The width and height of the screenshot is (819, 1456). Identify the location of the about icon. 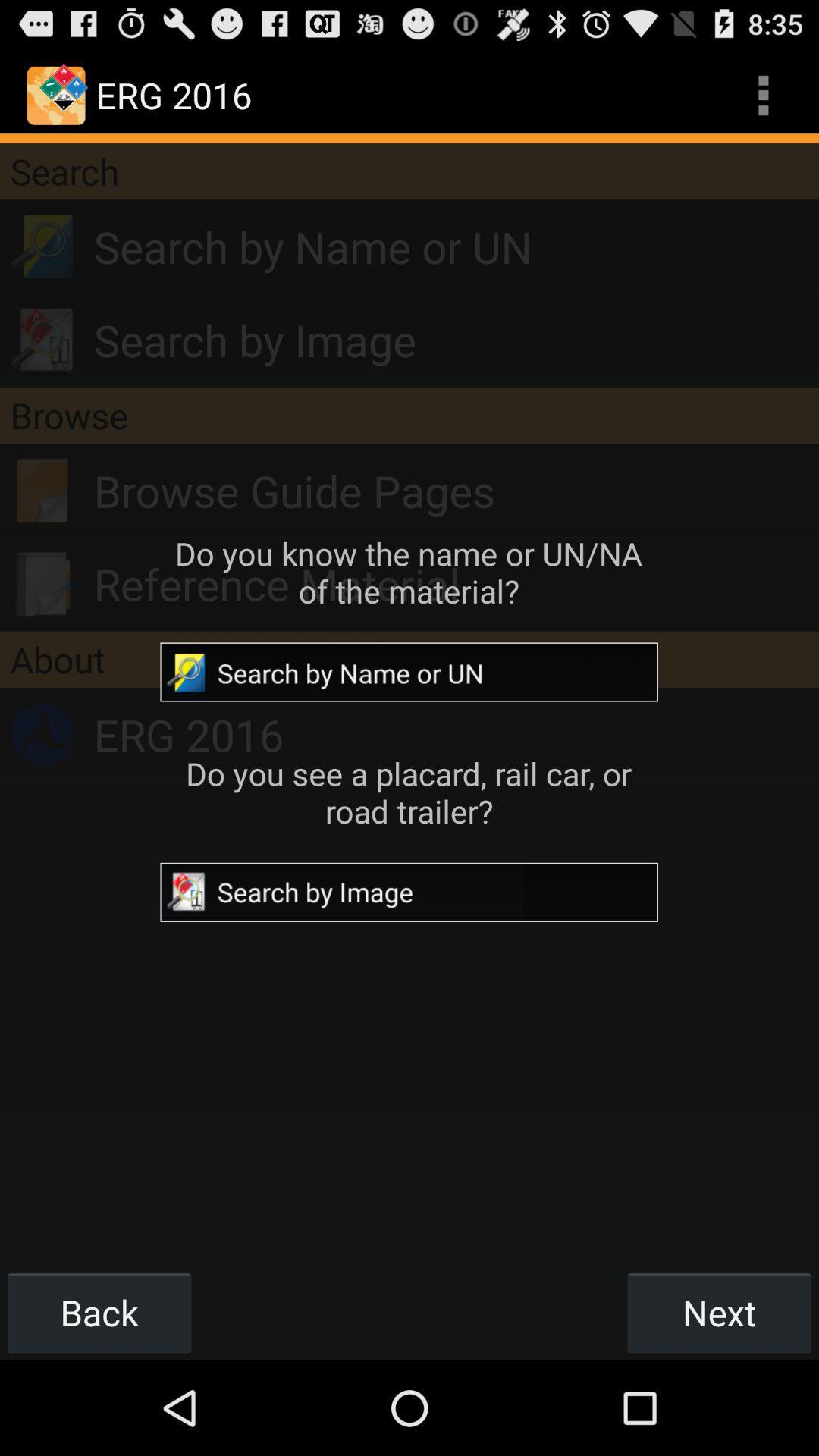
(409, 659).